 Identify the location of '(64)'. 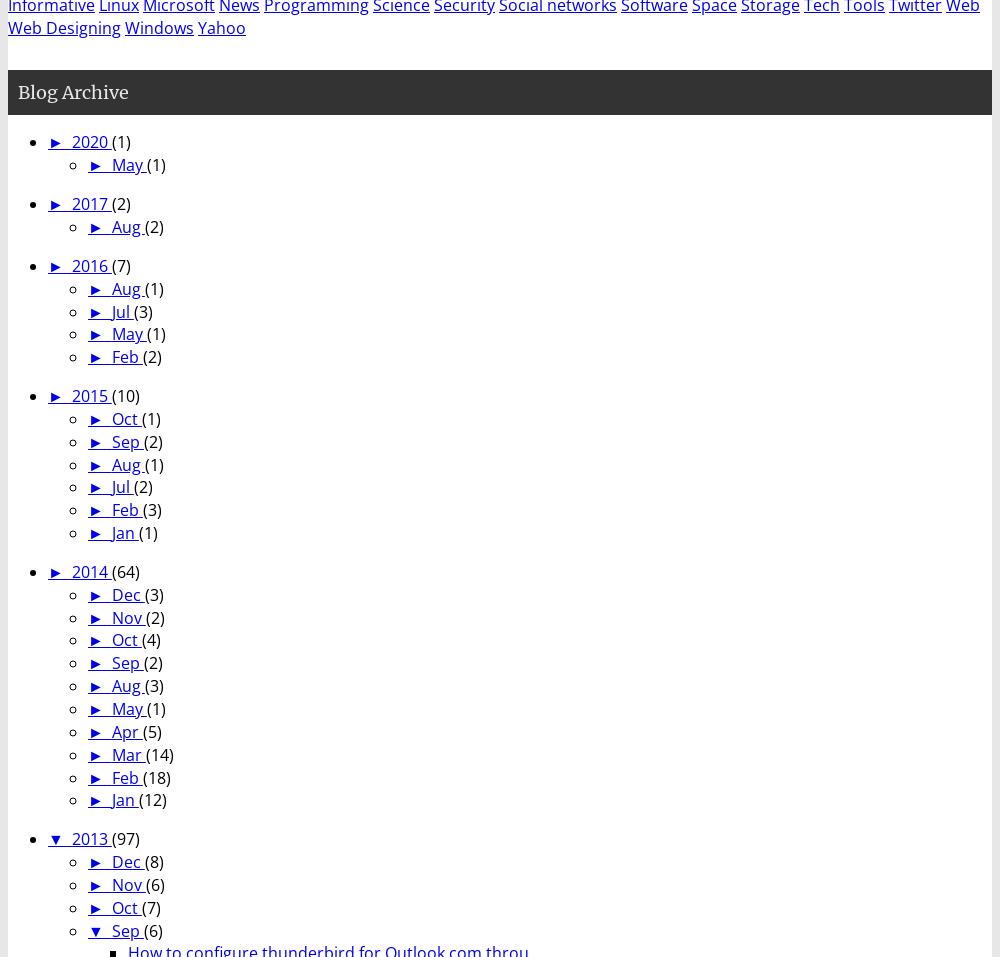
(110, 571).